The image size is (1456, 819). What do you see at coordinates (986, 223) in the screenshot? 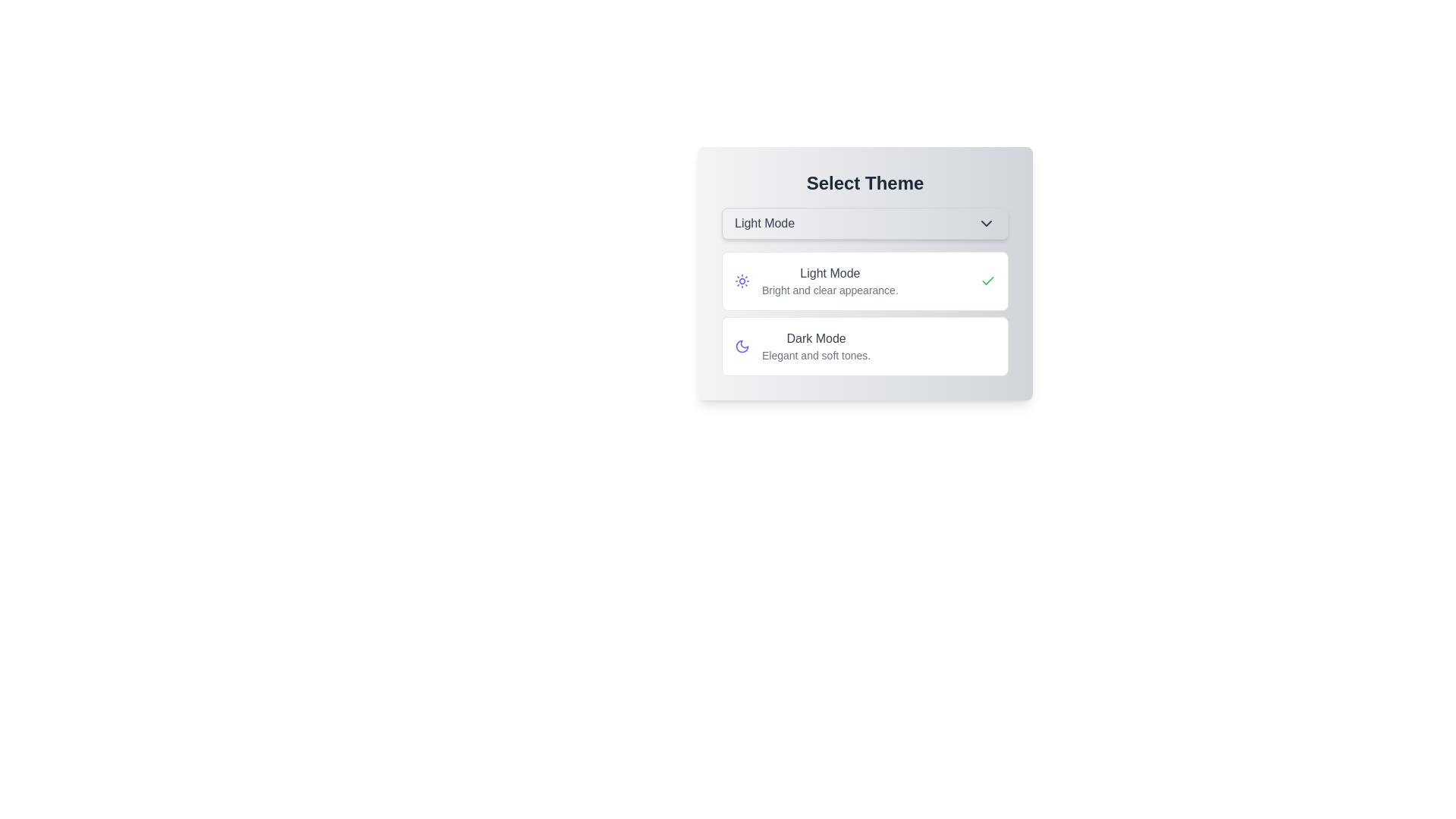
I see `the dropdown toggle button to close the menu` at bounding box center [986, 223].